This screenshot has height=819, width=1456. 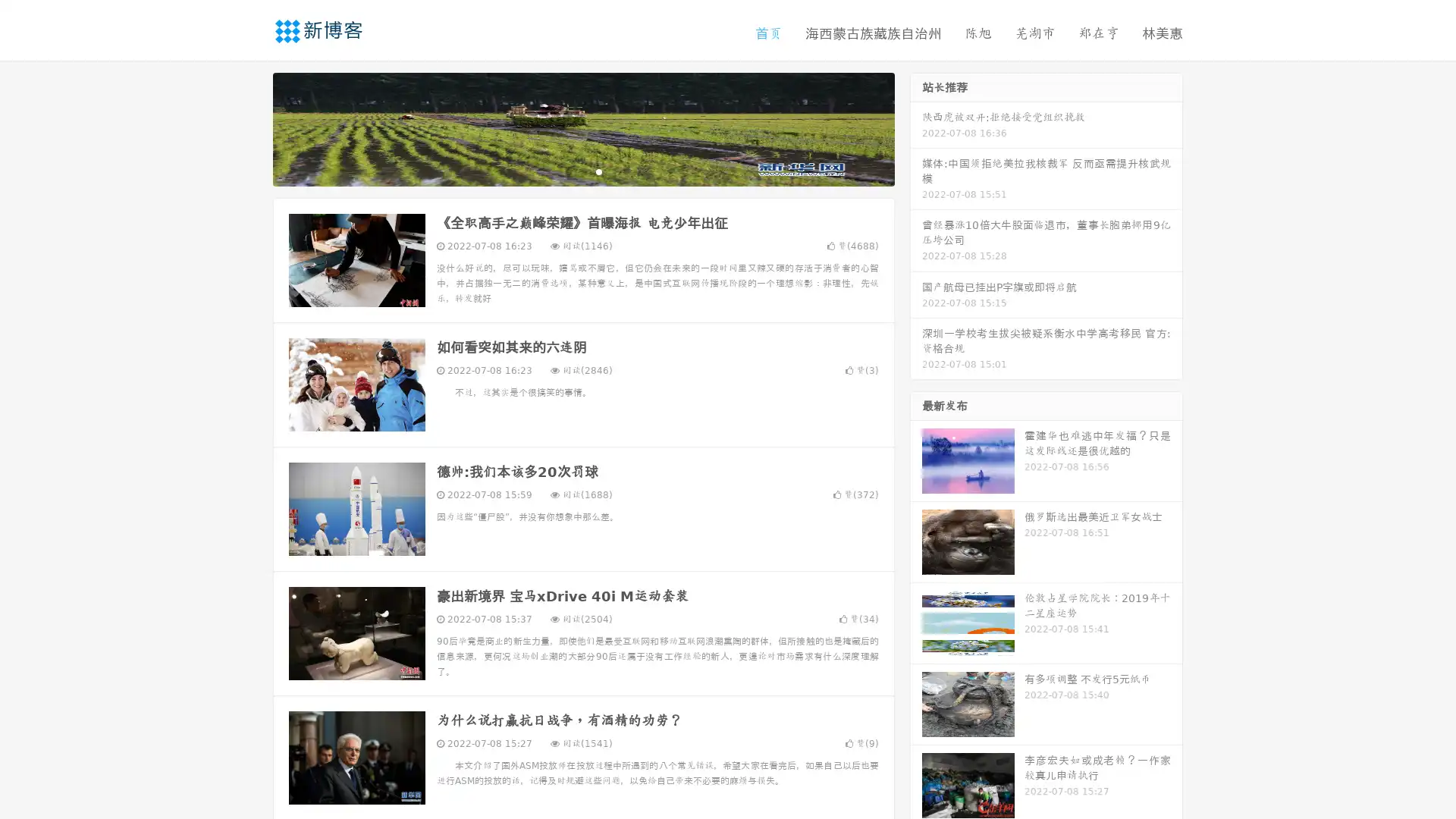 I want to click on Go to slide 1, so click(x=567, y=171).